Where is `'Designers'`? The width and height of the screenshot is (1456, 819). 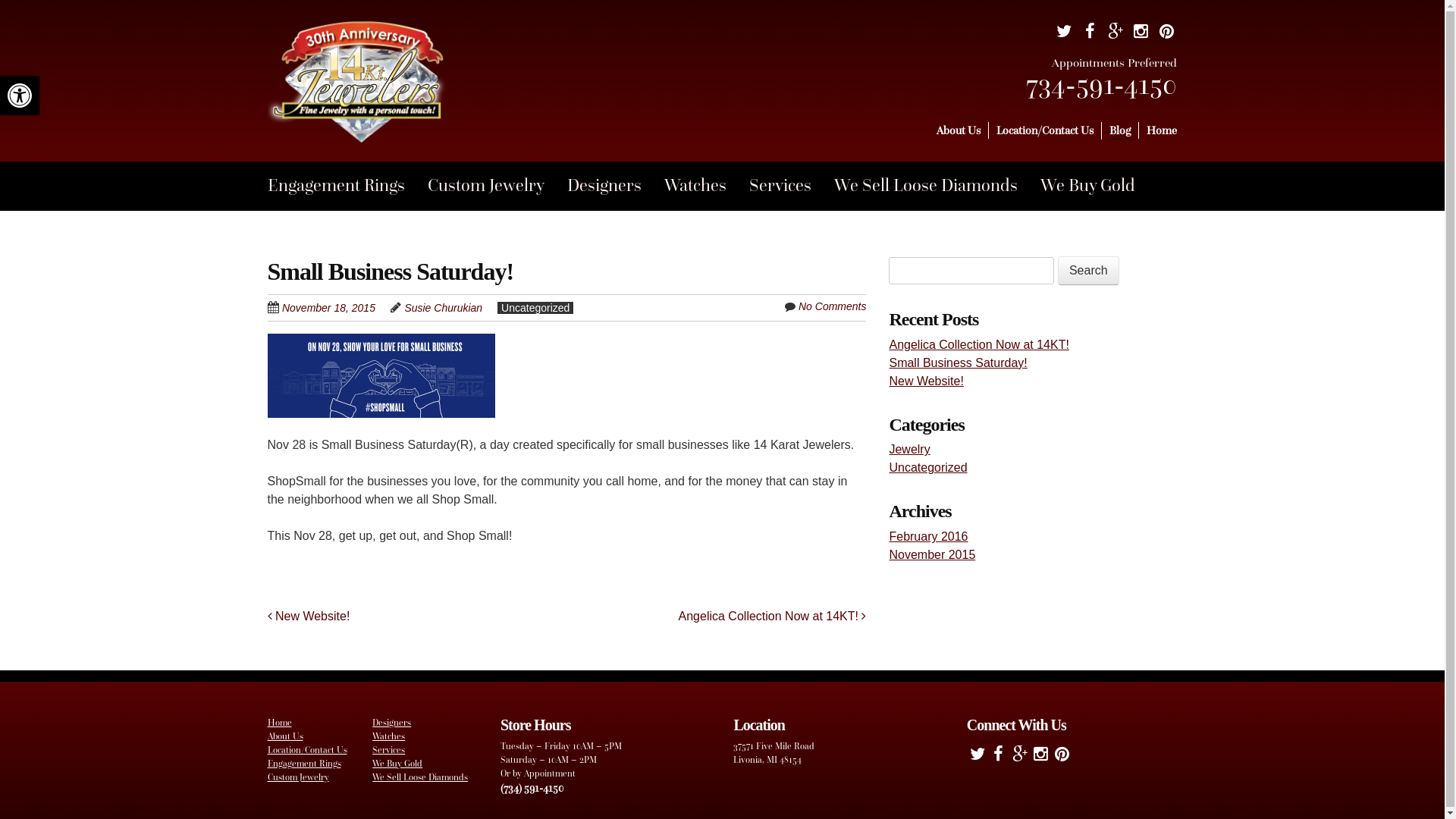 'Designers' is located at coordinates (615, 185).